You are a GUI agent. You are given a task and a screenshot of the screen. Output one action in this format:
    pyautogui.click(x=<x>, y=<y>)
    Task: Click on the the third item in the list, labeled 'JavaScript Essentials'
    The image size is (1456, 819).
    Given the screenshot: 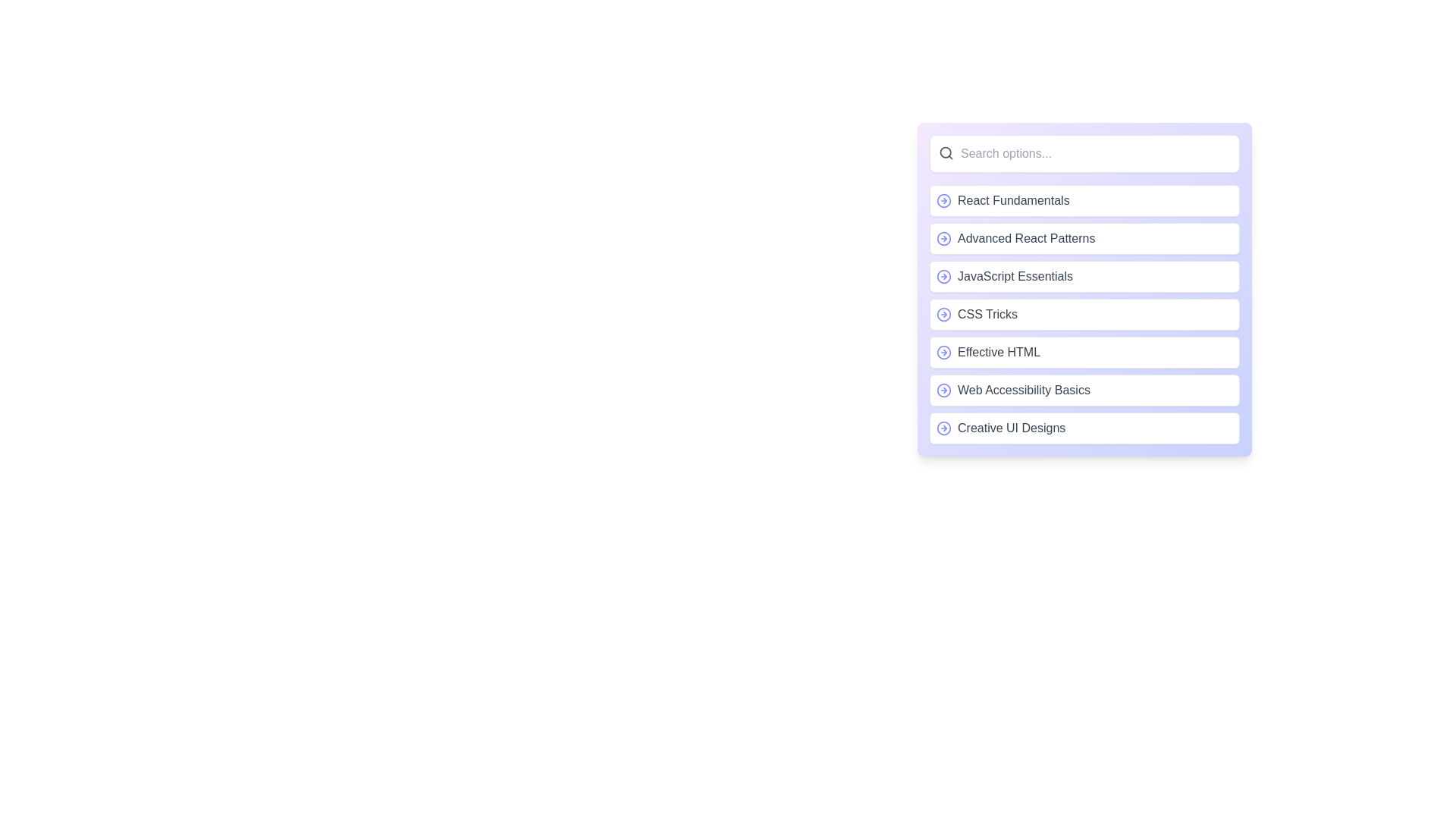 What is the action you would take?
    pyautogui.click(x=1084, y=277)
    